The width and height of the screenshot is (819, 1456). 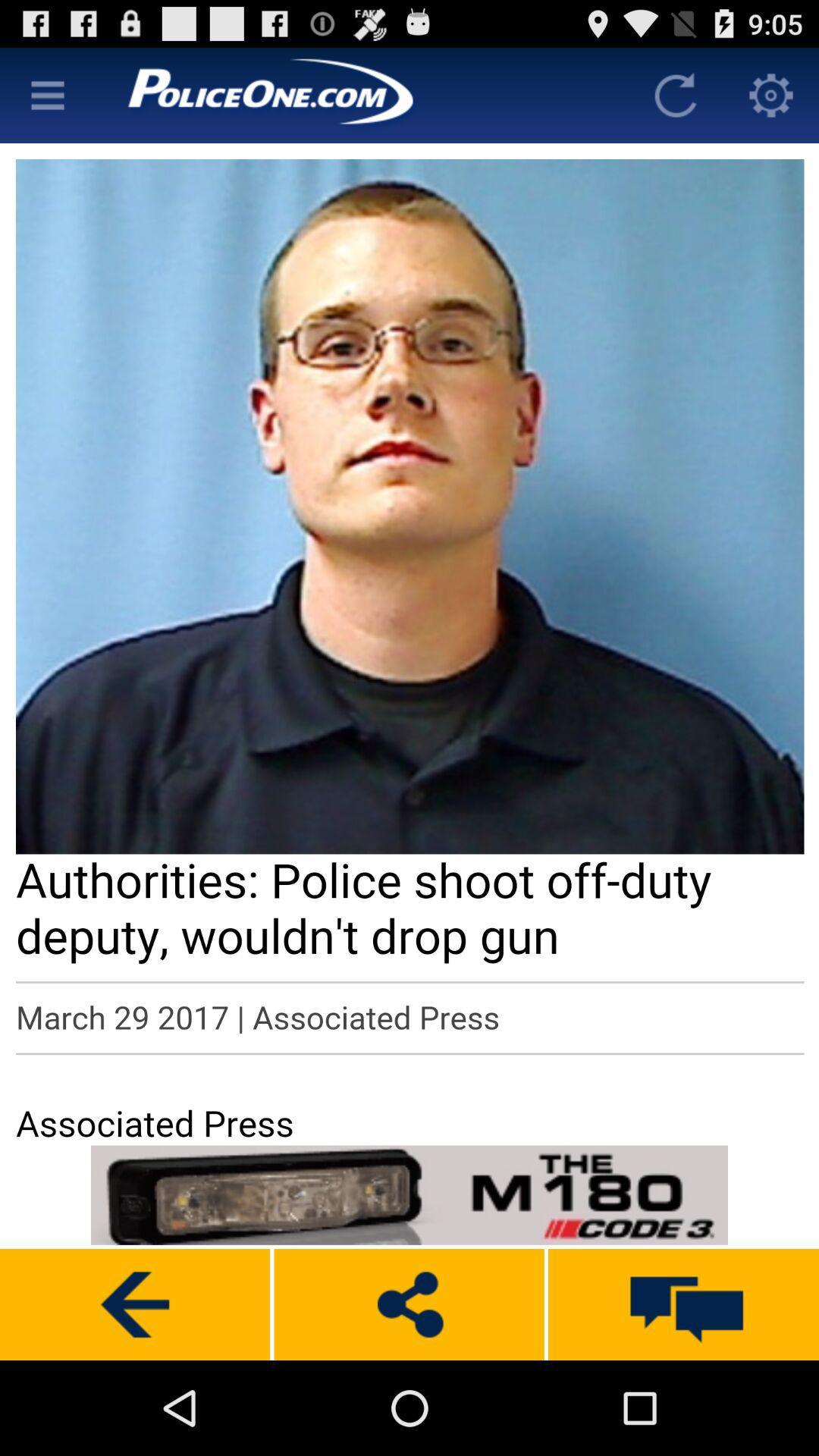 I want to click on description, so click(x=409, y=642).